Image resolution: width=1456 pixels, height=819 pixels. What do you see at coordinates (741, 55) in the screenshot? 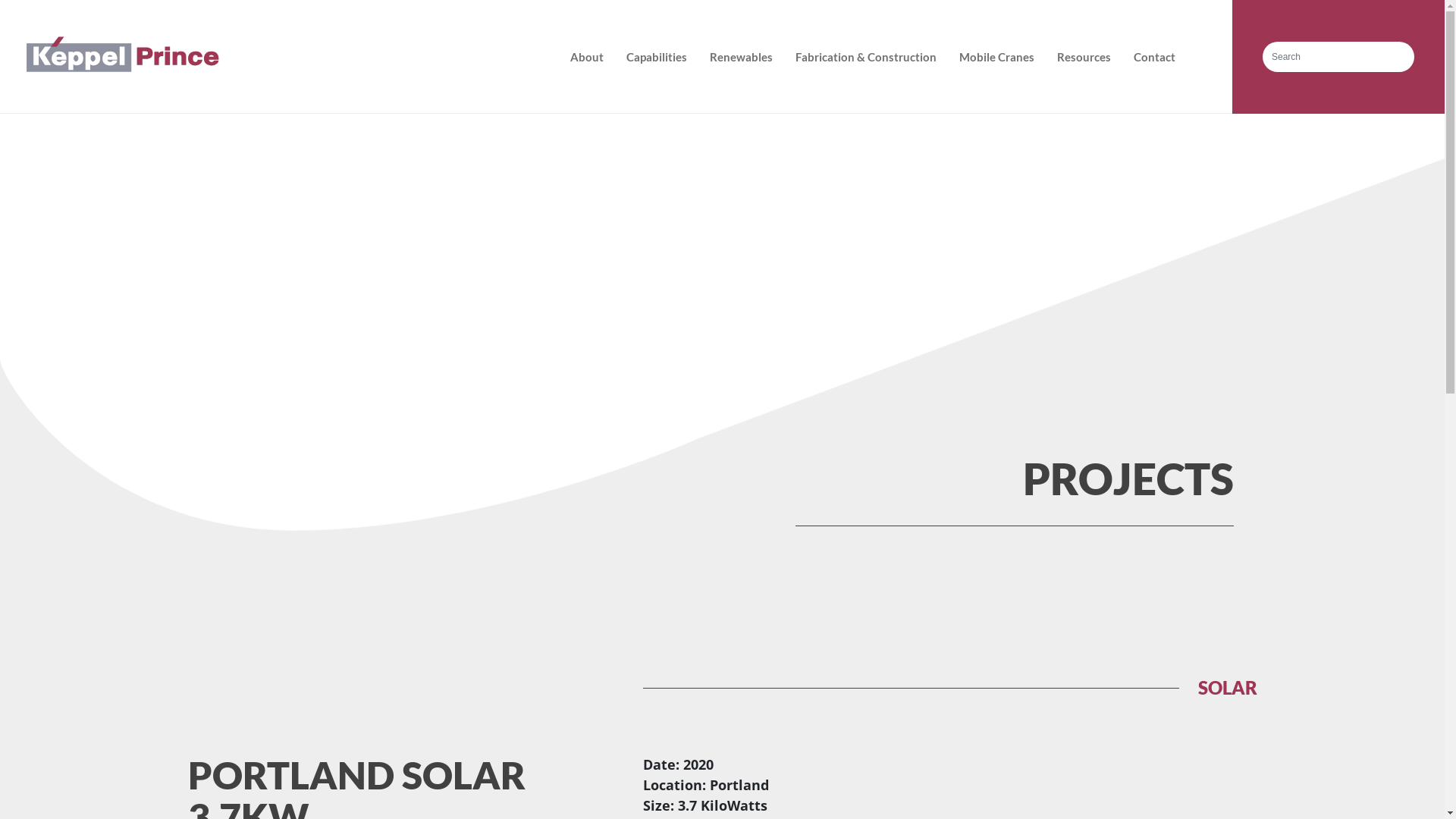
I see `'Renewables'` at bounding box center [741, 55].